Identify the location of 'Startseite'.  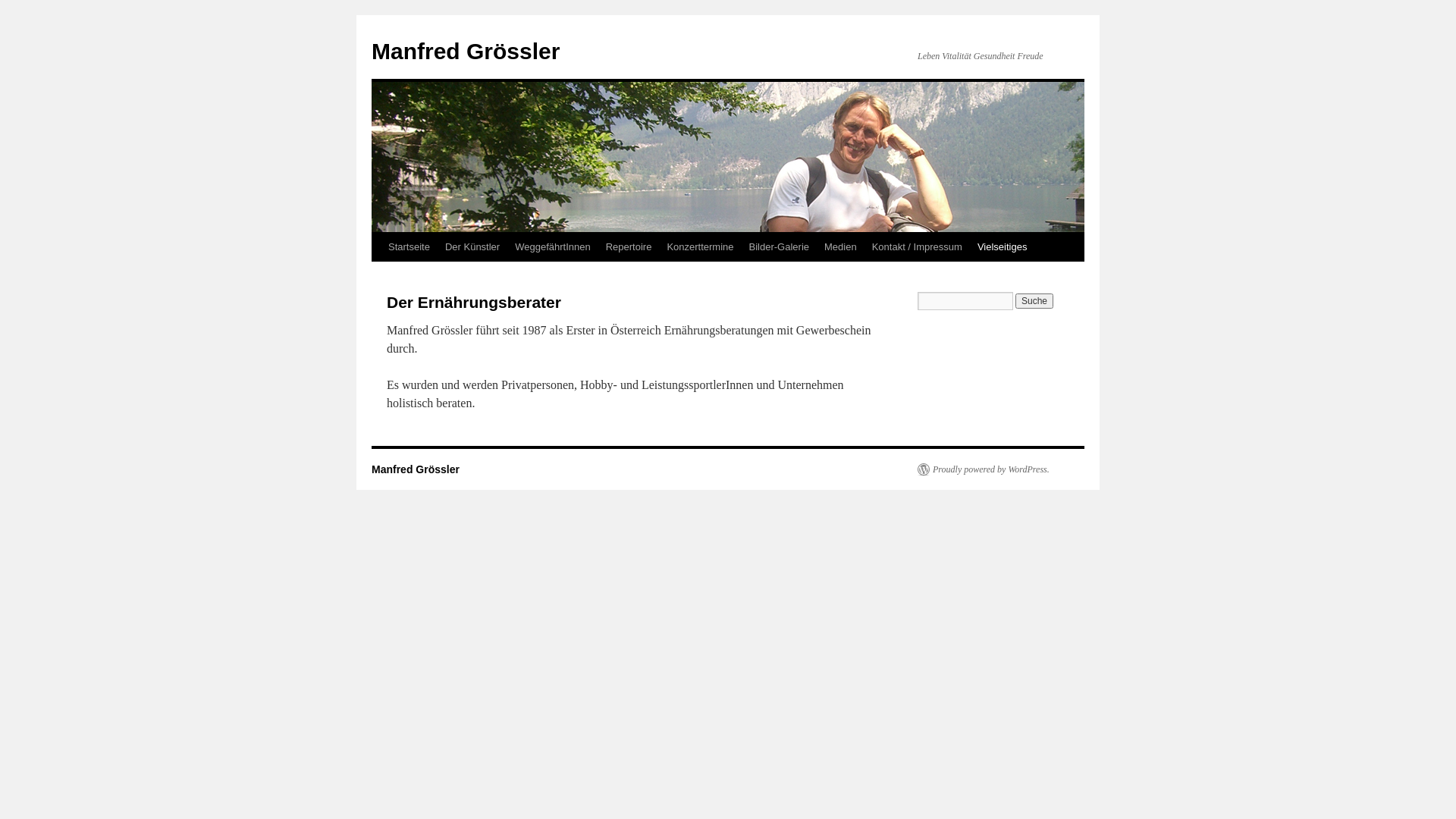
(409, 246).